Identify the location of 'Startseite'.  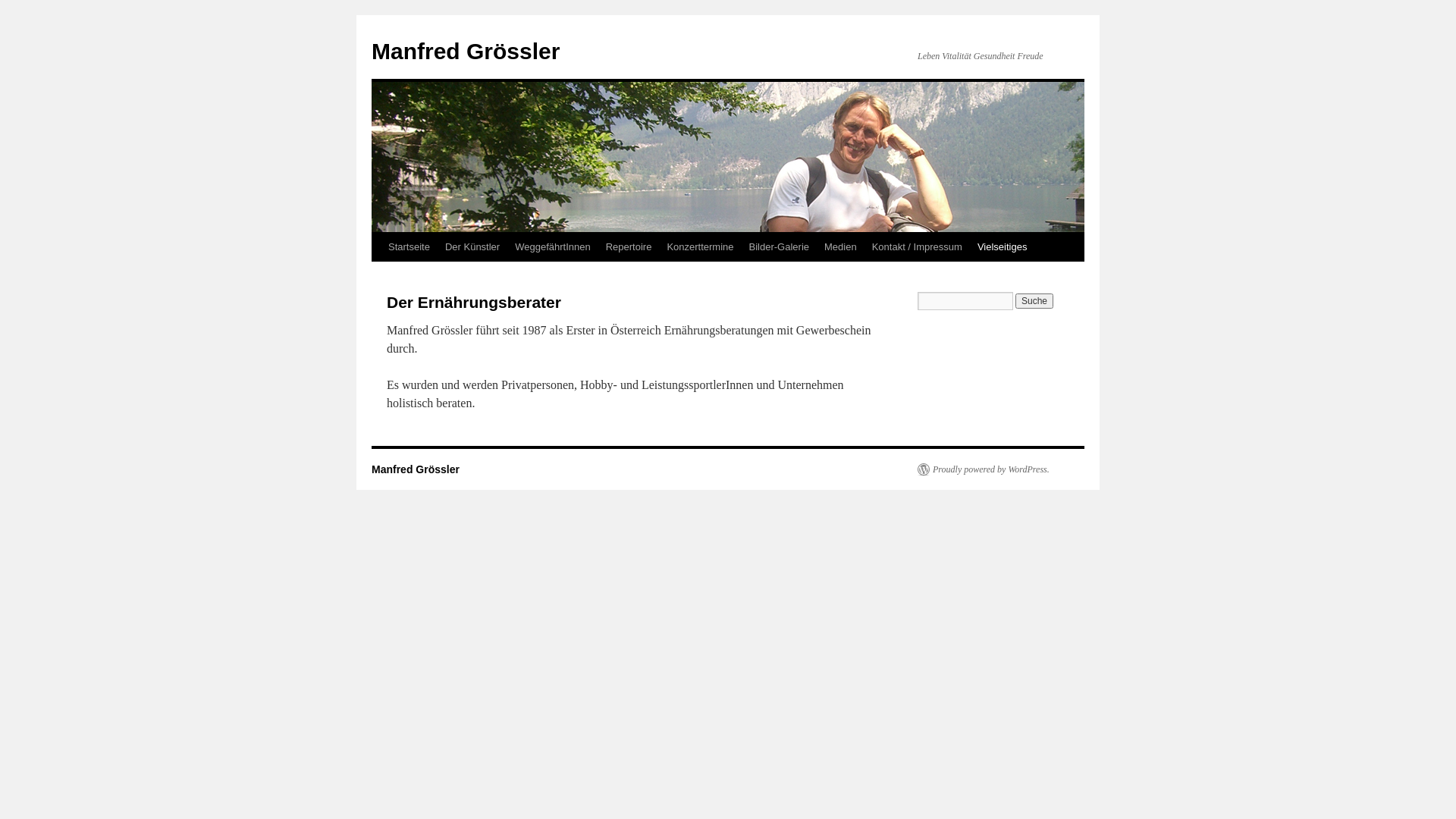
(409, 246).